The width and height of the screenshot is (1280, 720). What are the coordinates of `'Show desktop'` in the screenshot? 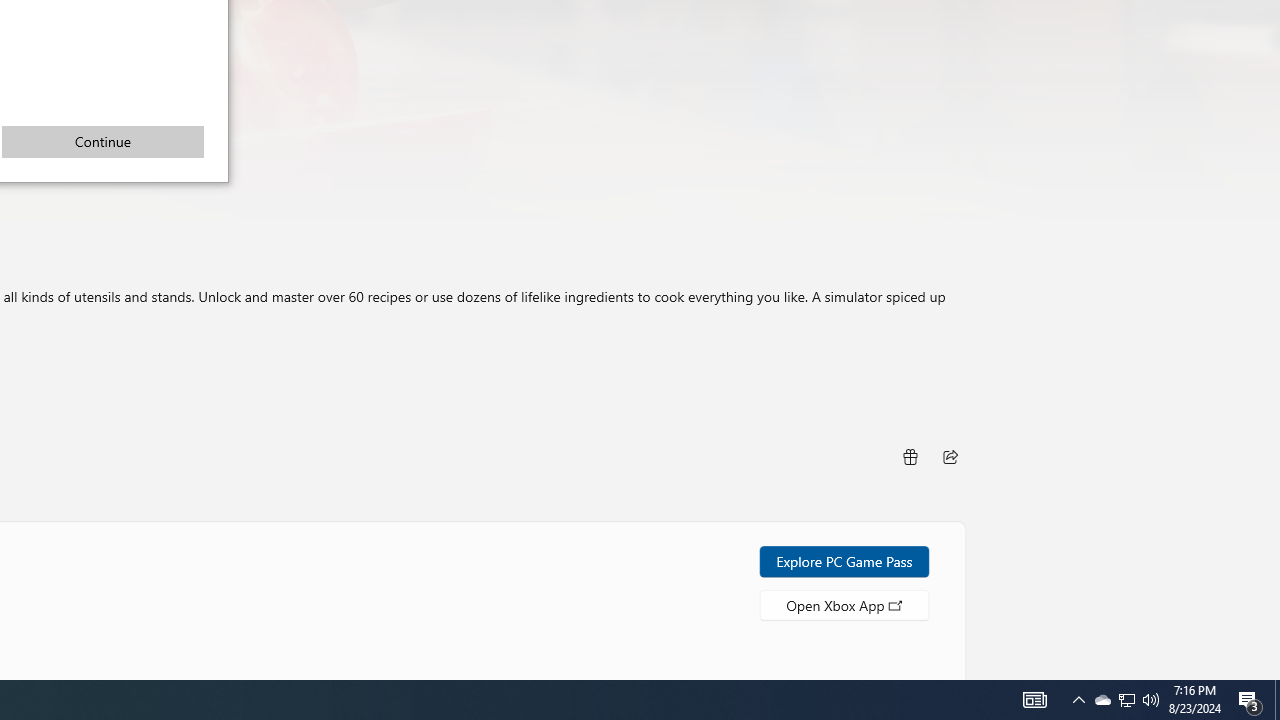 It's located at (1250, 698).